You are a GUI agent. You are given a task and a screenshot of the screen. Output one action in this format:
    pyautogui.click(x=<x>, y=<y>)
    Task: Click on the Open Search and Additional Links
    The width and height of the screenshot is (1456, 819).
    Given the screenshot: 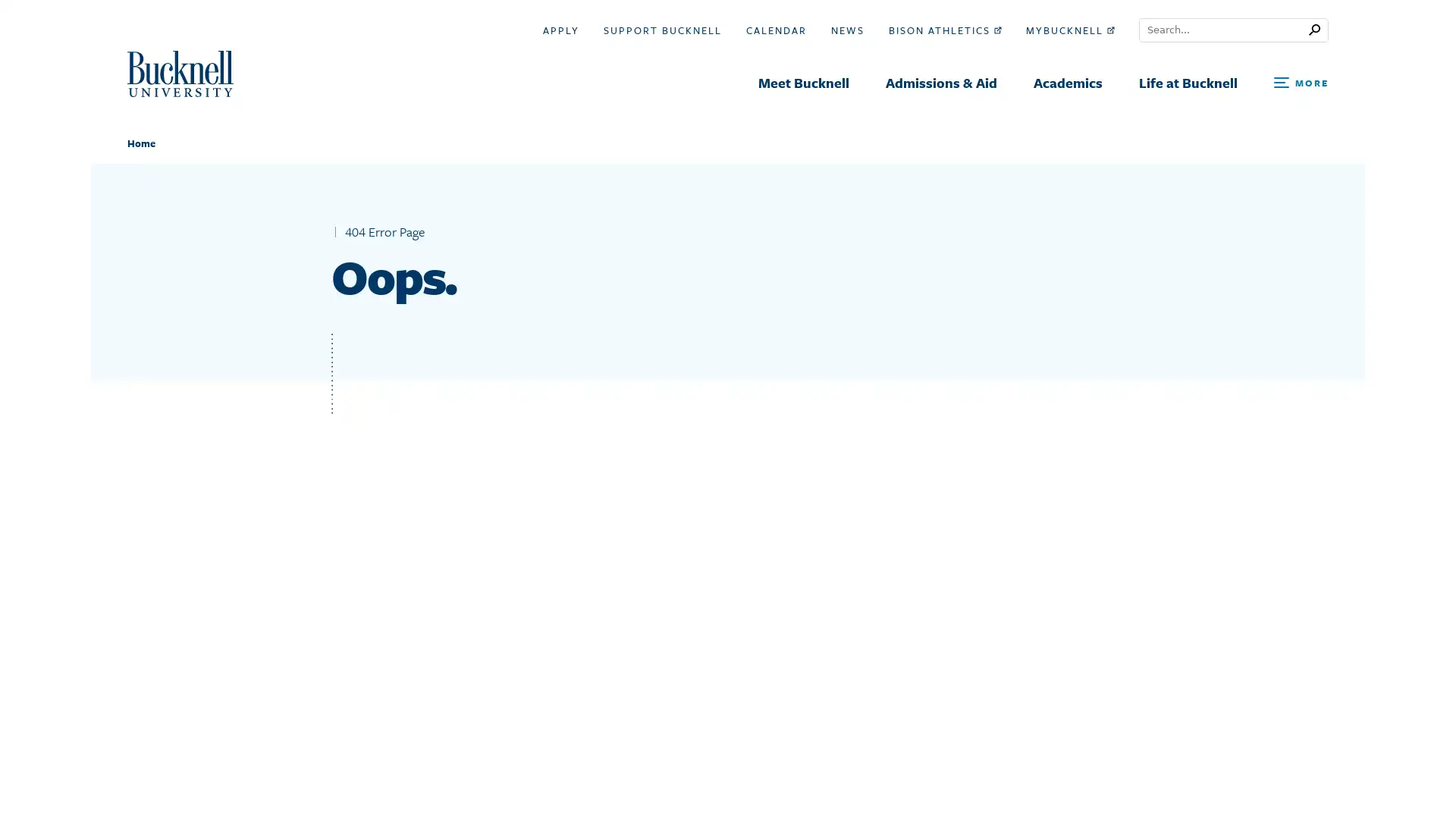 What is the action you would take?
    pyautogui.click(x=1301, y=83)
    